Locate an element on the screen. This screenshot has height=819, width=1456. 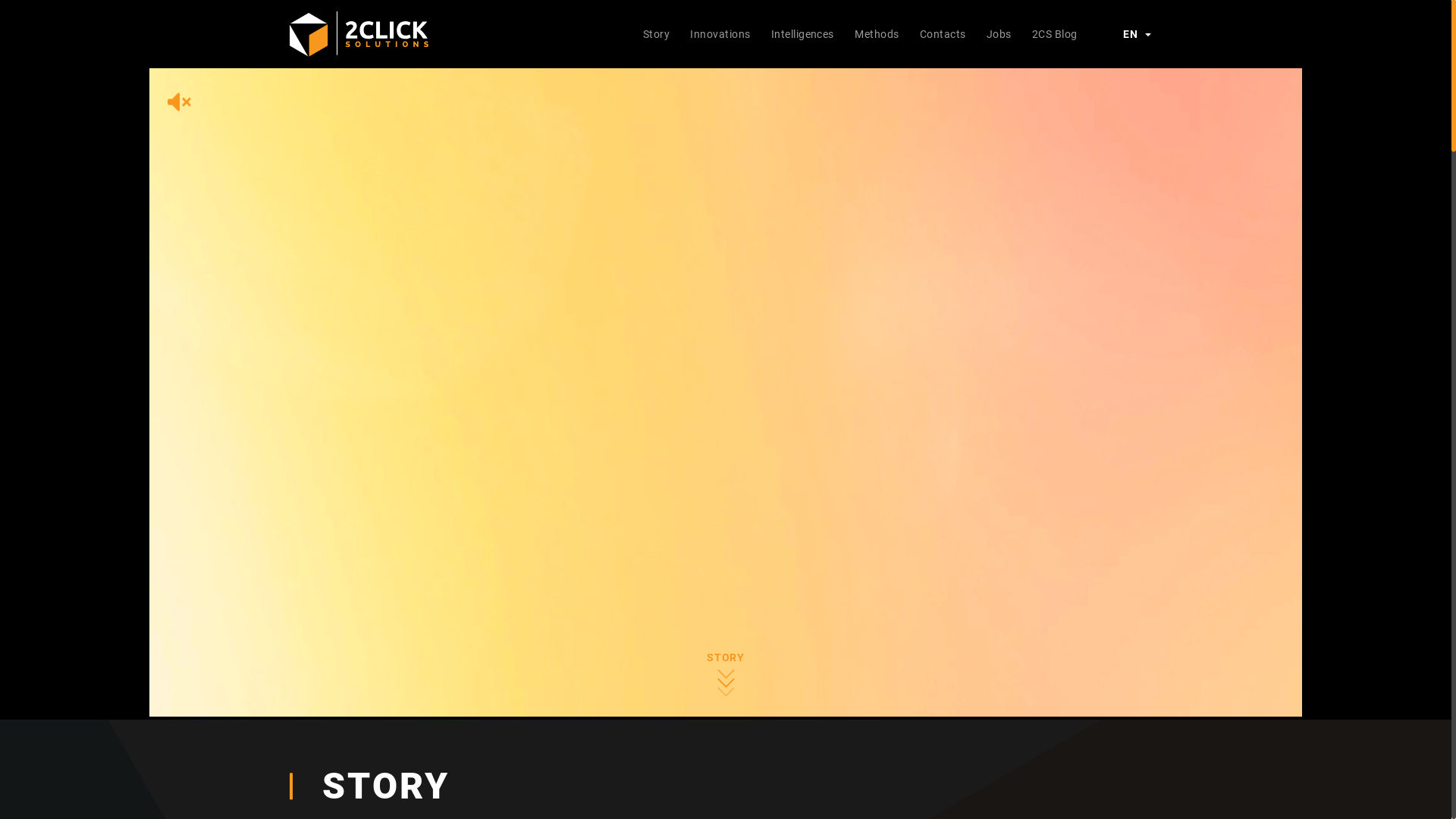
'Contacts' is located at coordinates (909, 33).